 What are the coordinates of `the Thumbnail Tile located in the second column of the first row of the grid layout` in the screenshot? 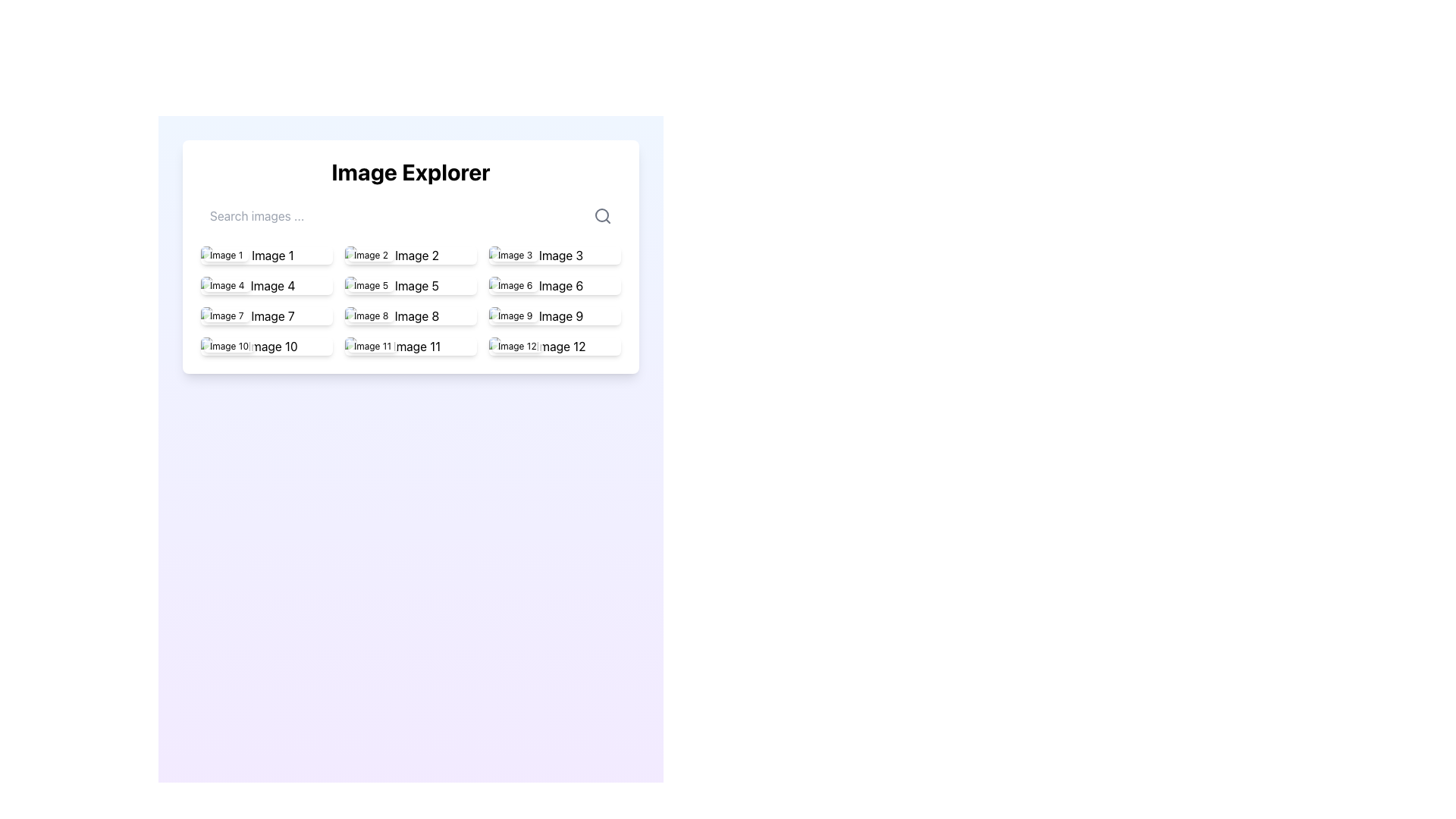 It's located at (411, 254).